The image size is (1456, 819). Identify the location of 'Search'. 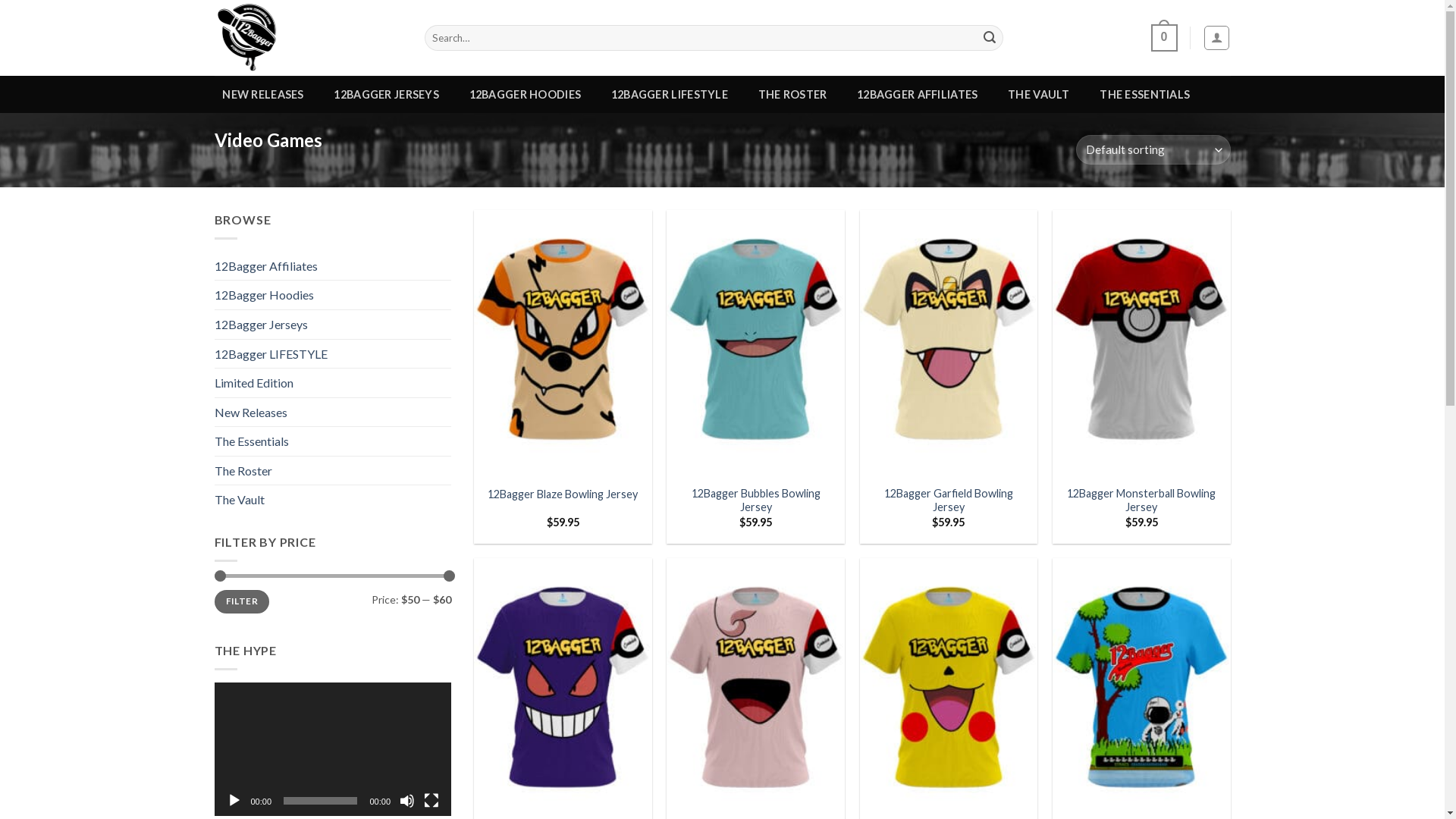
(990, 37).